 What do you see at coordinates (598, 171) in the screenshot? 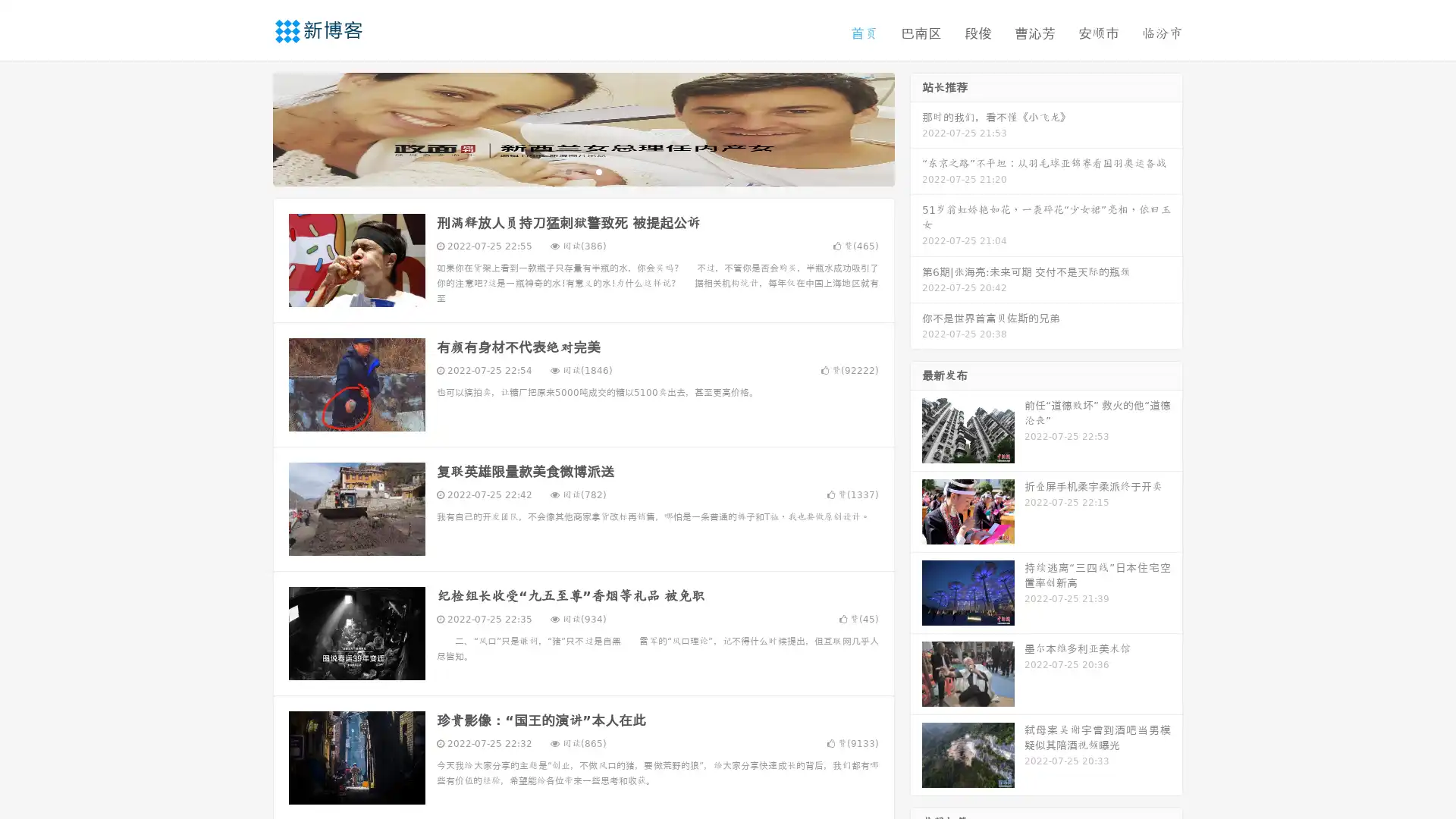
I see `Go to slide 3` at bounding box center [598, 171].